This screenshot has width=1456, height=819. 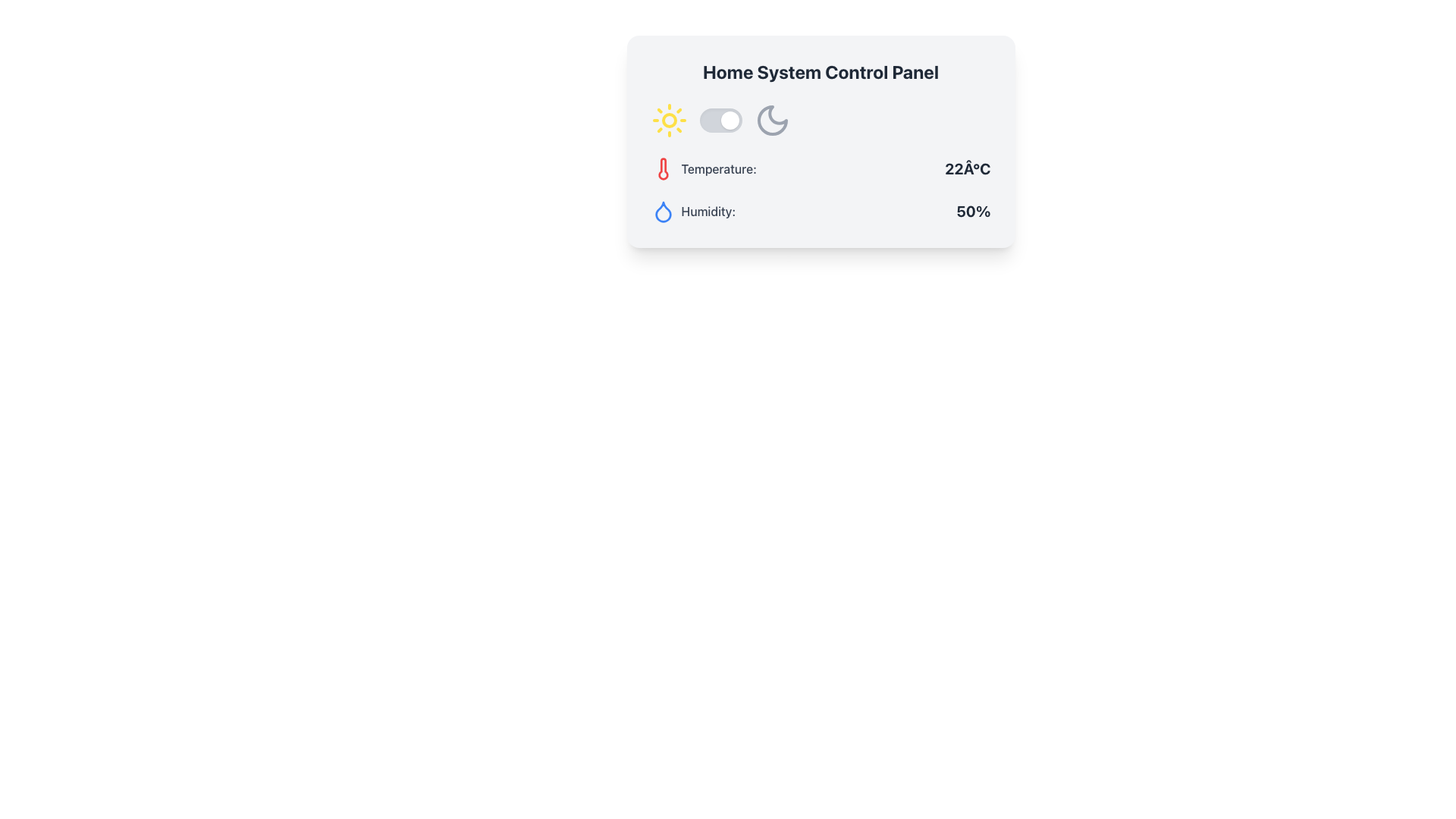 I want to click on the blue droplet-shaped icon located adjacent to the 'Humidity' label in the Home System Control Panel, so click(x=663, y=212).